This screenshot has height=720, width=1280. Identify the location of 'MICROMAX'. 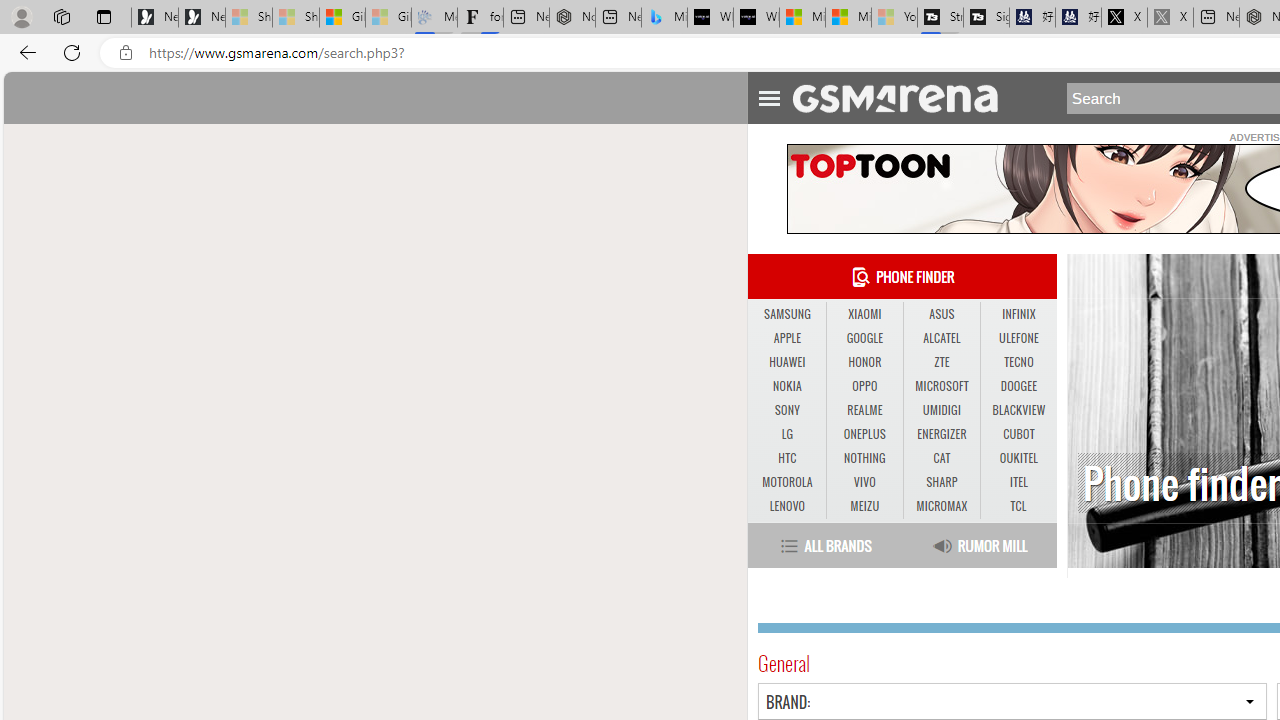
(941, 505).